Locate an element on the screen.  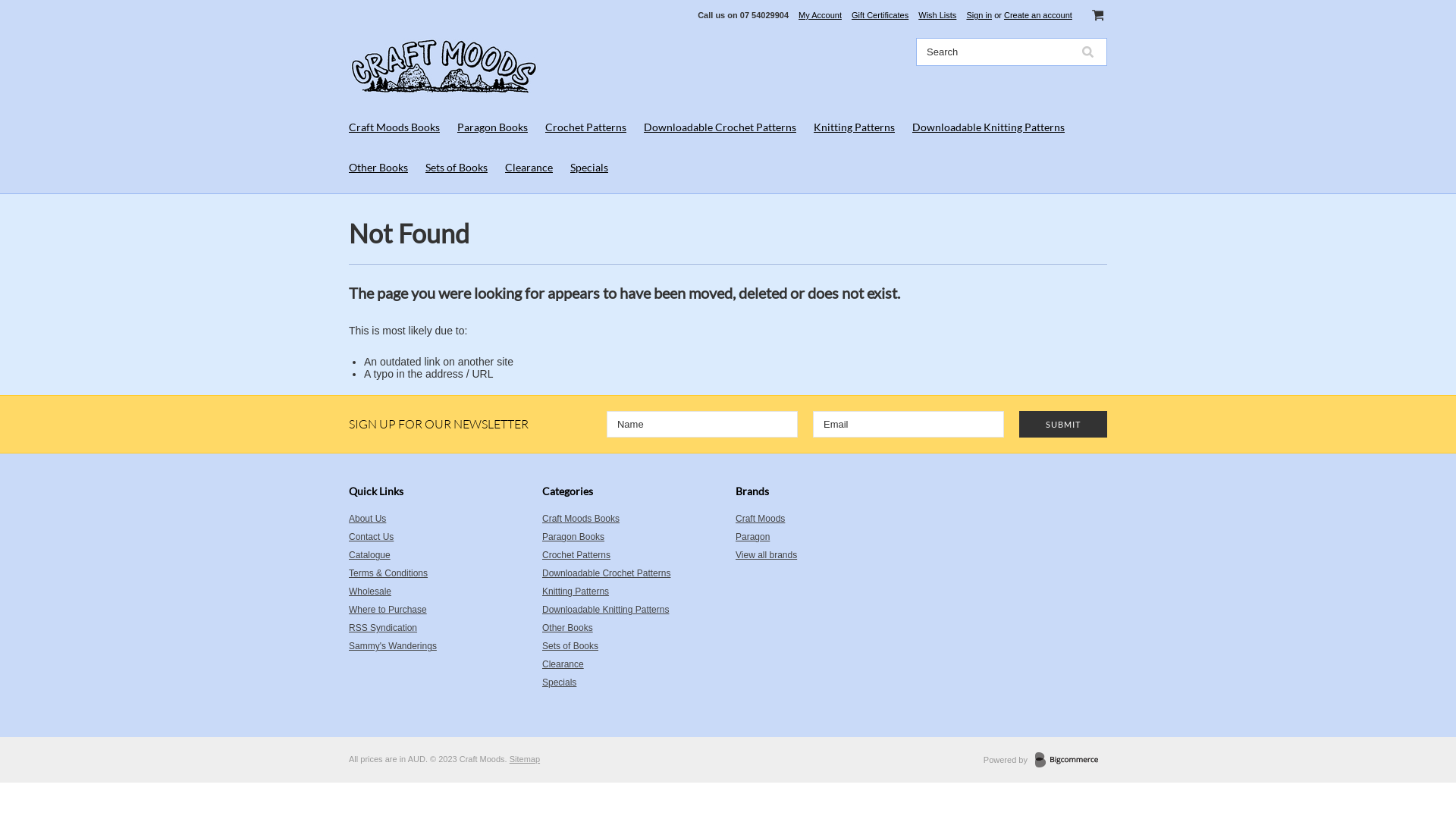
'Submit' is located at coordinates (1062, 424).